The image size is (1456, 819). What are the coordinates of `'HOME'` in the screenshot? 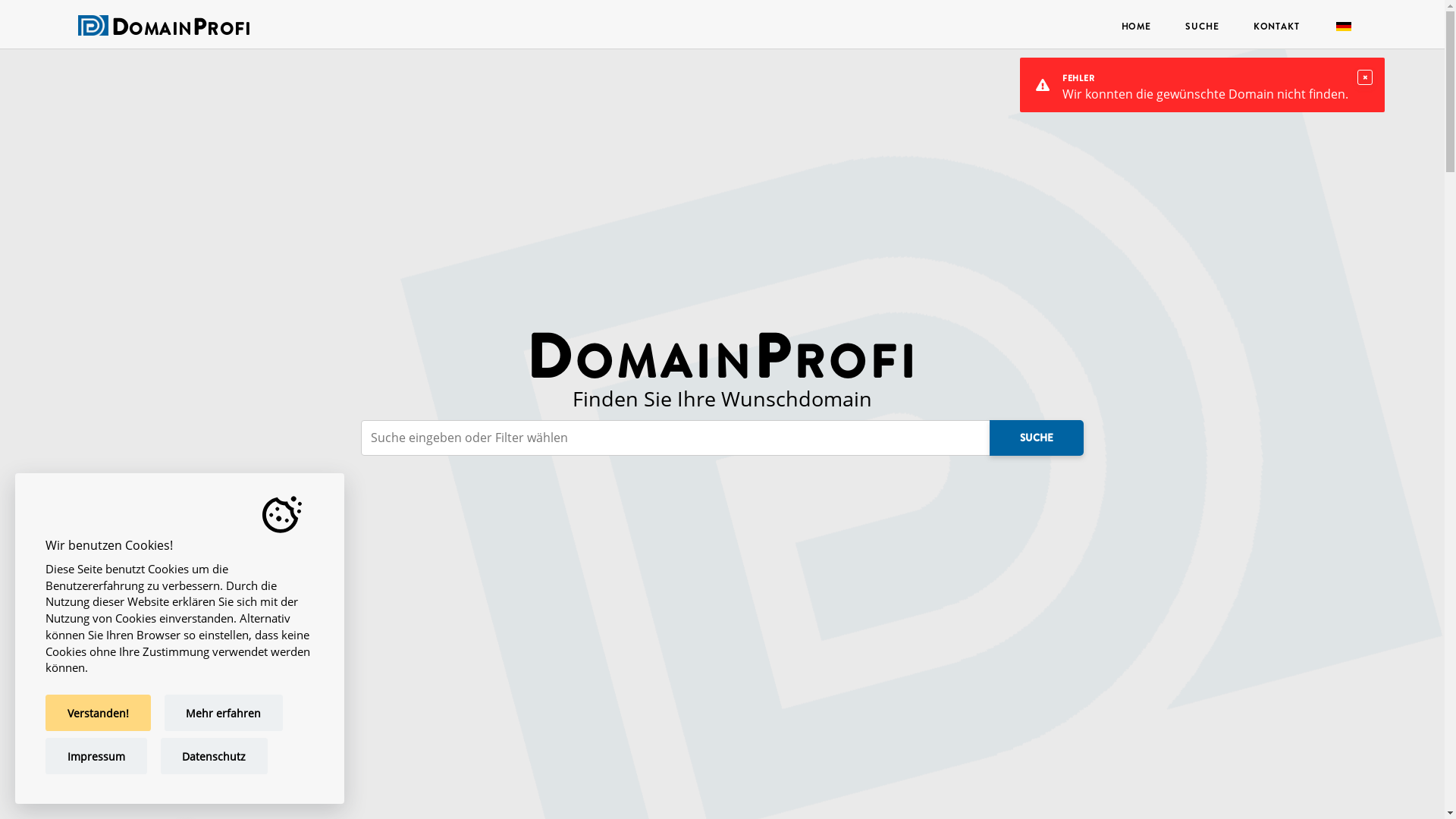 It's located at (1136, 26).